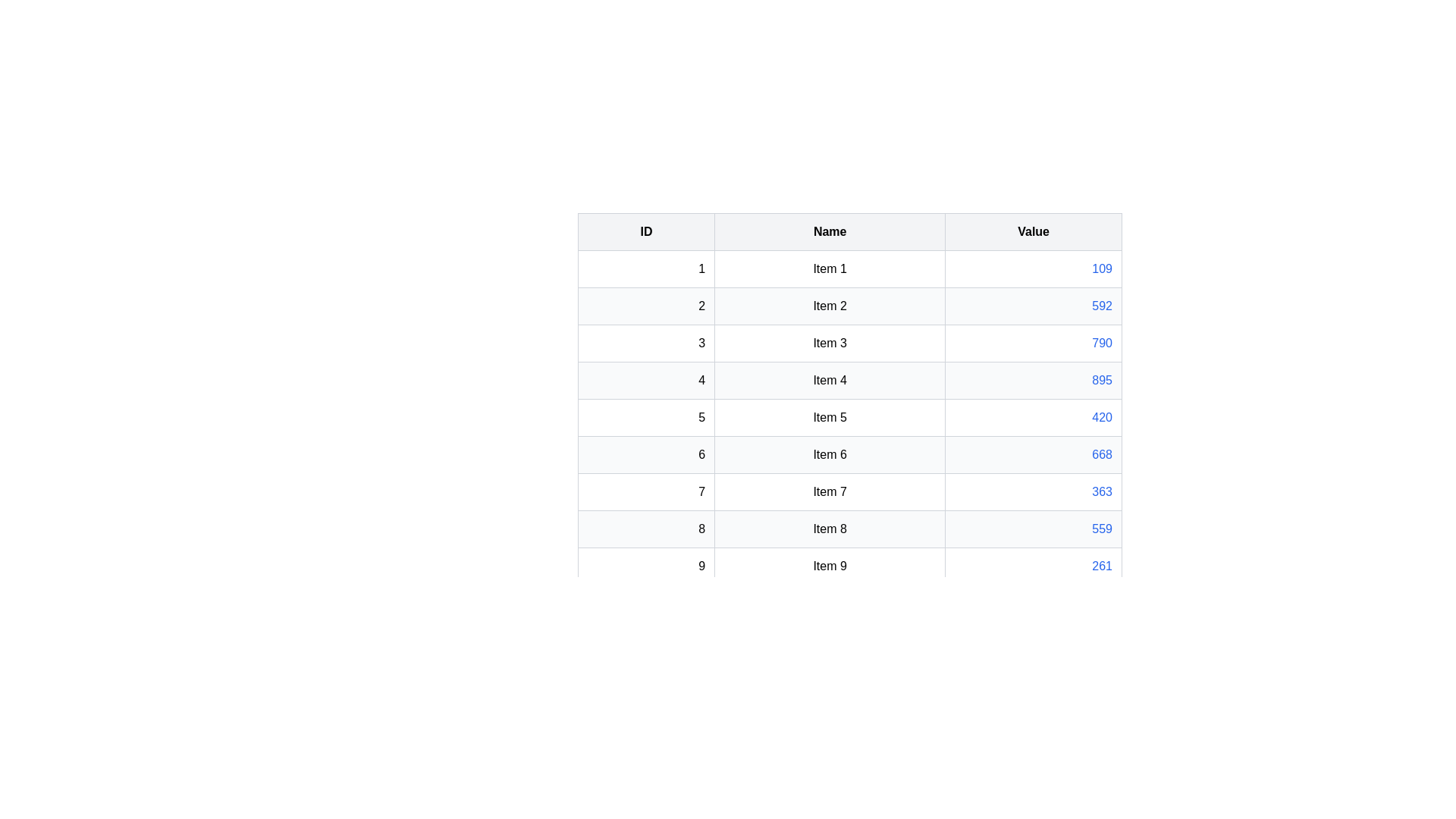 The width and height of the screenshot is (1456, 819). Describe the element at coordinates (829, 231) in the screenshot. I see `the column header Name to sort the table by that column` at that location.